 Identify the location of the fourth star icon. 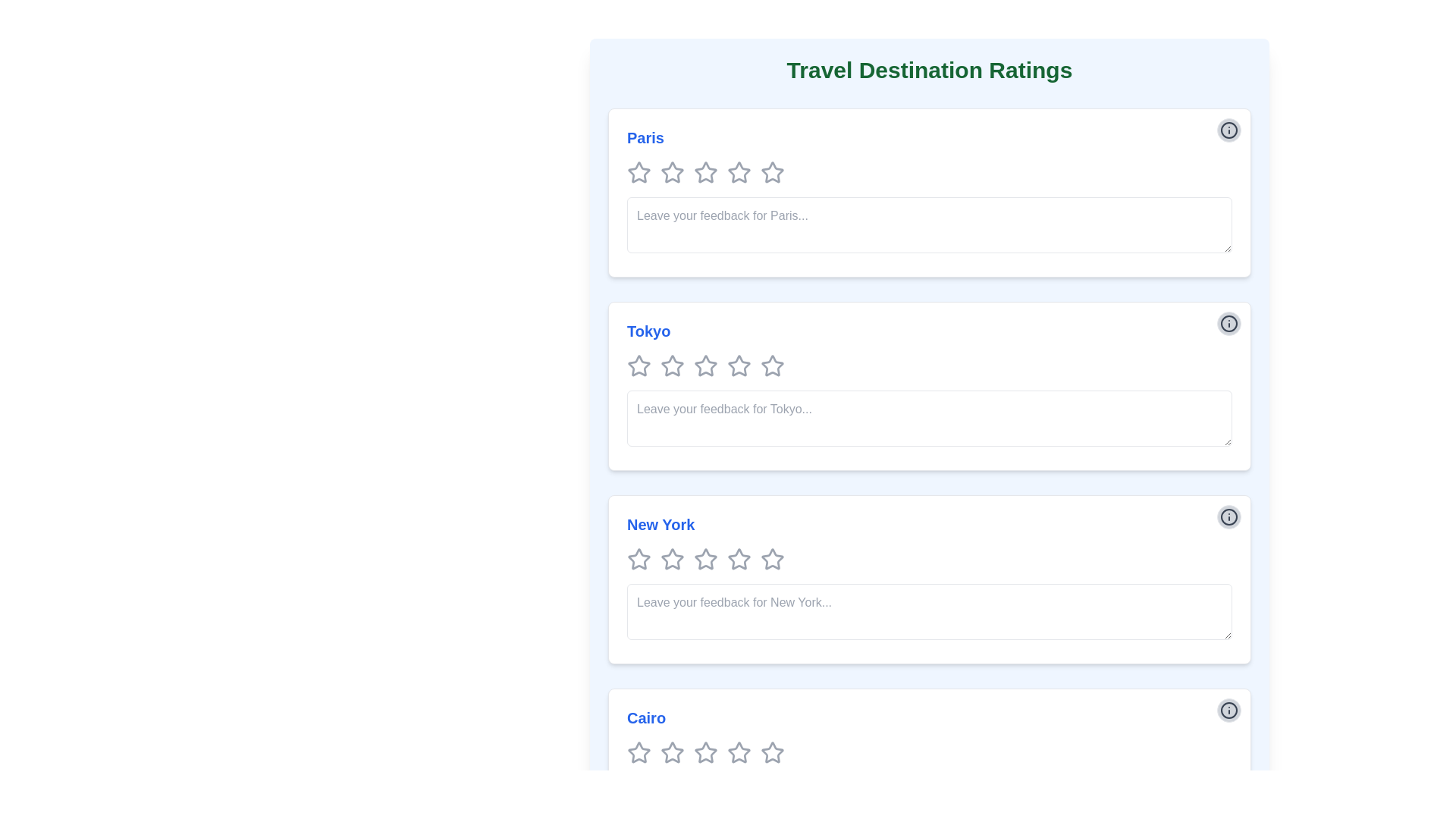
(705, 559).